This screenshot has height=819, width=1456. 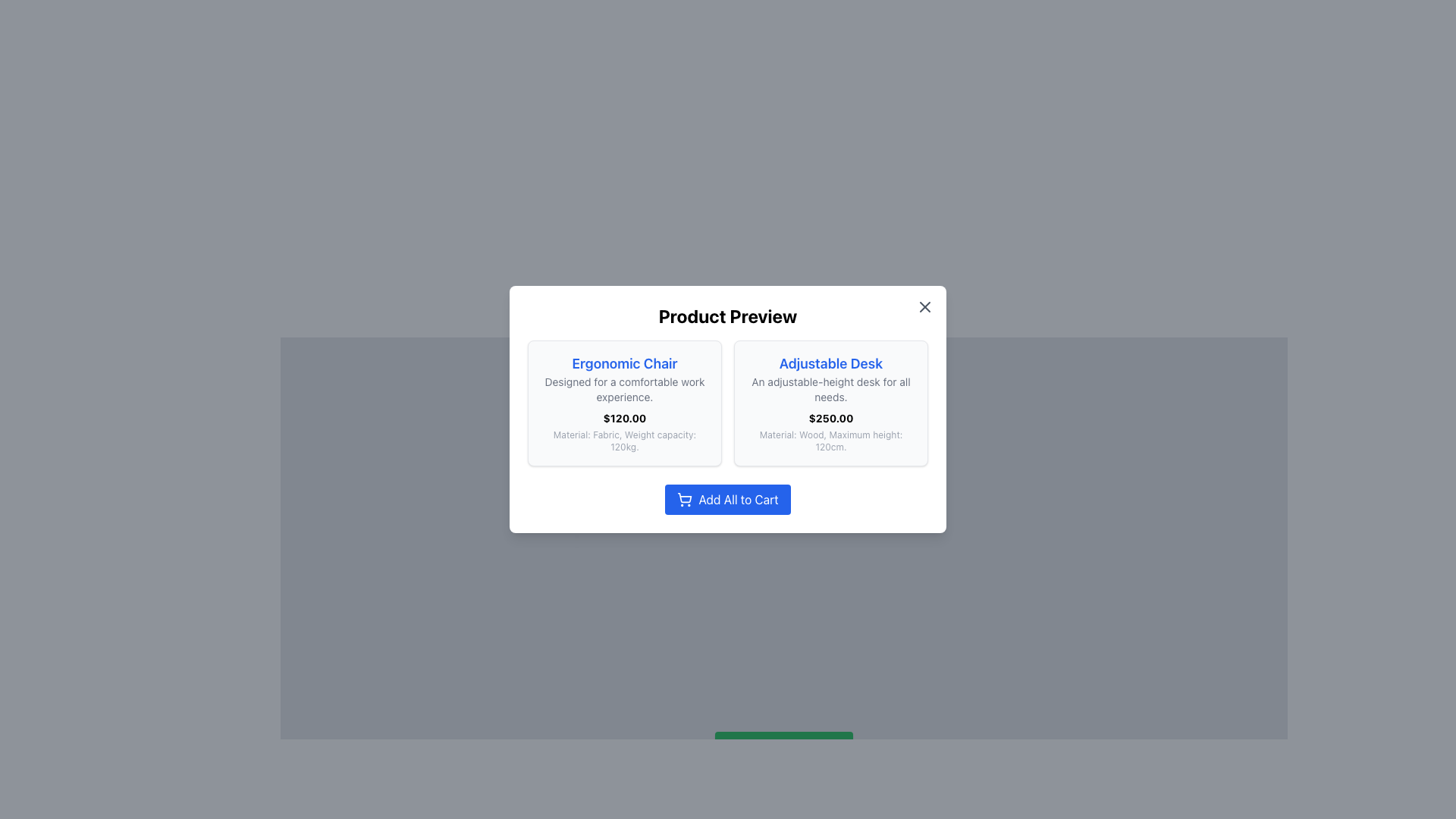 What do you see at coordinates (625, 441) in the screenshot?
I see `the textual description element that provides specifications of the product, located below the product's price information in the left product card of the modal dialog` at bounding box center [625, 441].